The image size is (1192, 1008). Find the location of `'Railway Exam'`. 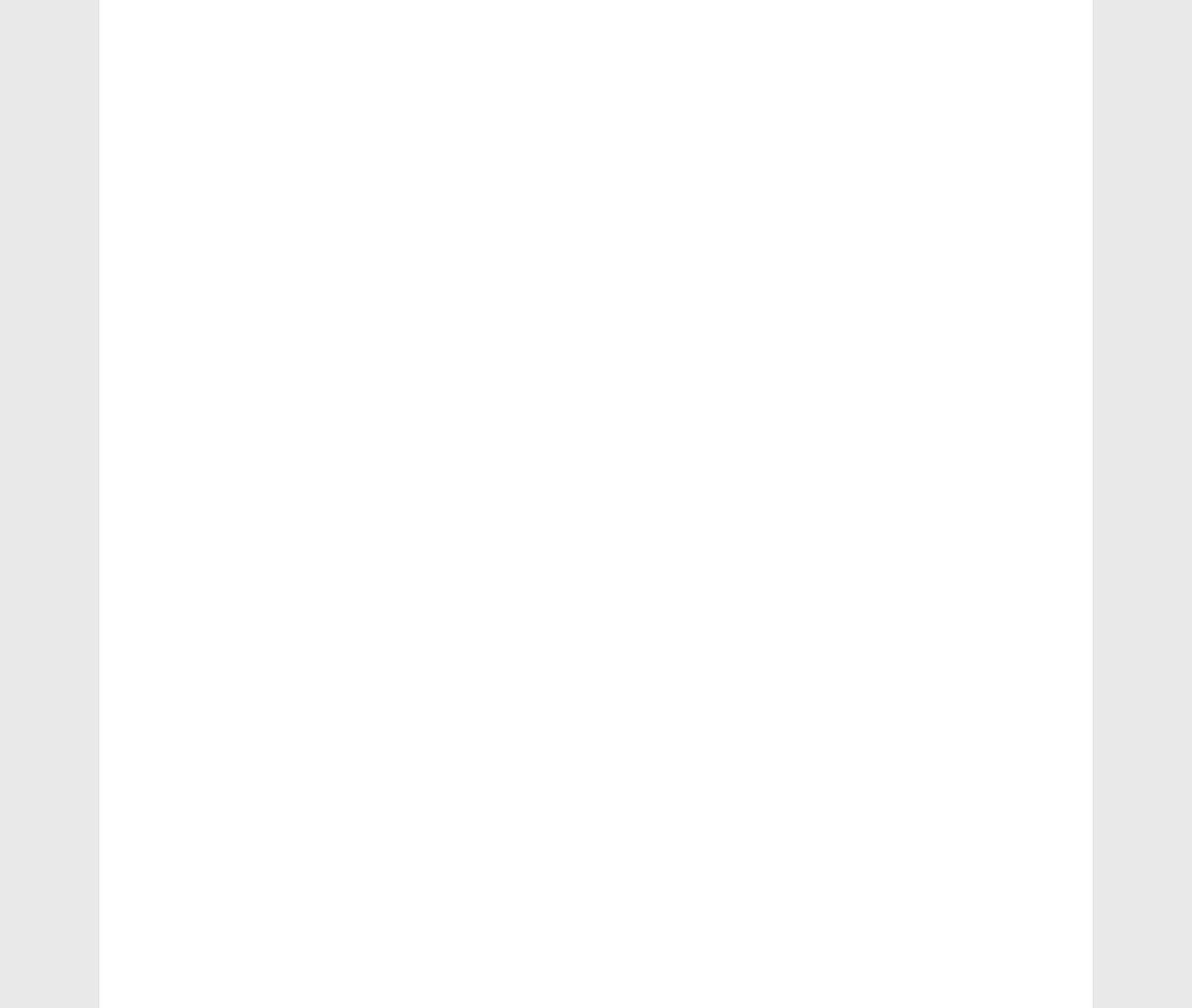

'Railway Exam' is located at coordinates (900, 616).